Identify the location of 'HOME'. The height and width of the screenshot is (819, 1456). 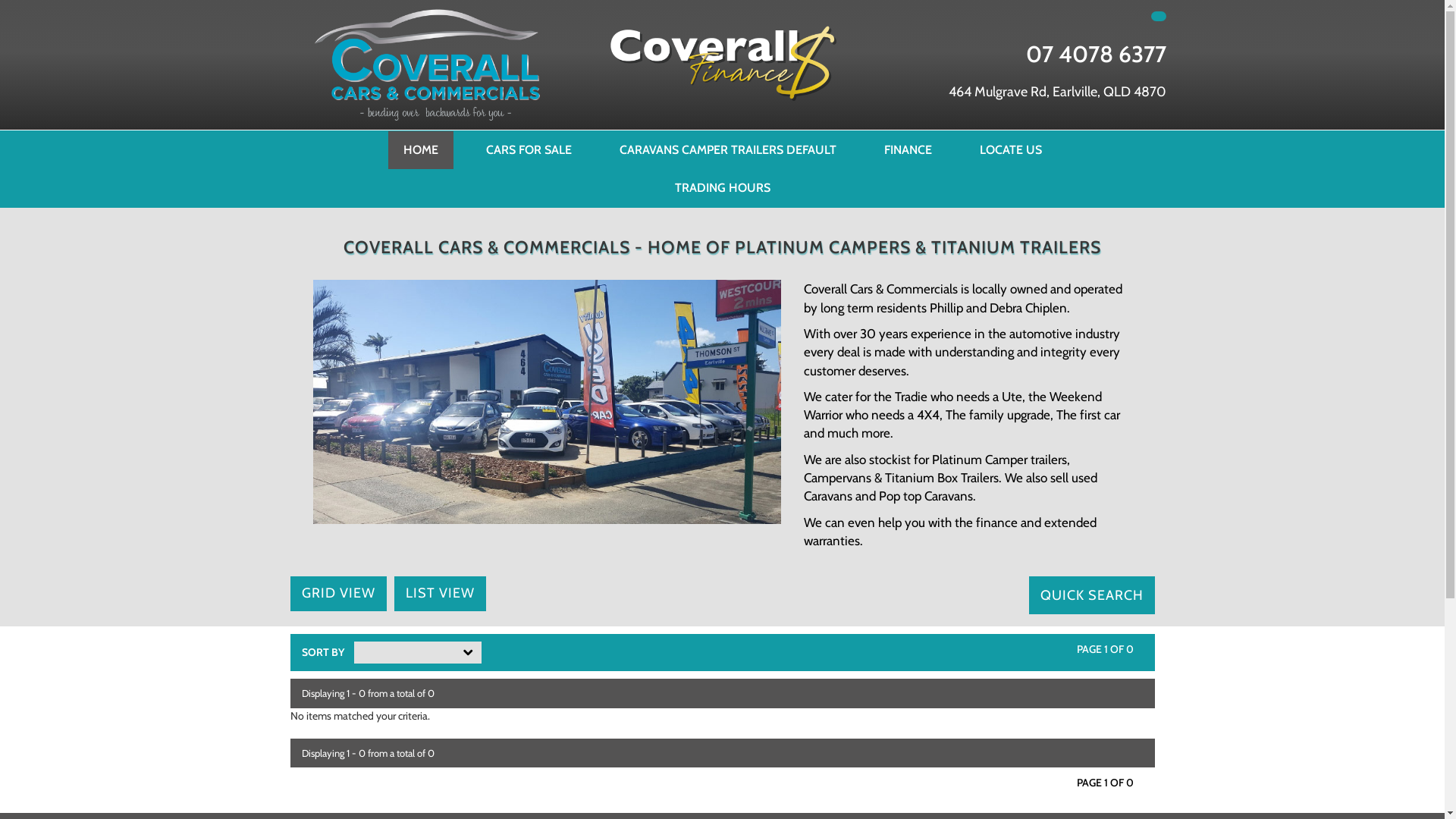
(421, 149).